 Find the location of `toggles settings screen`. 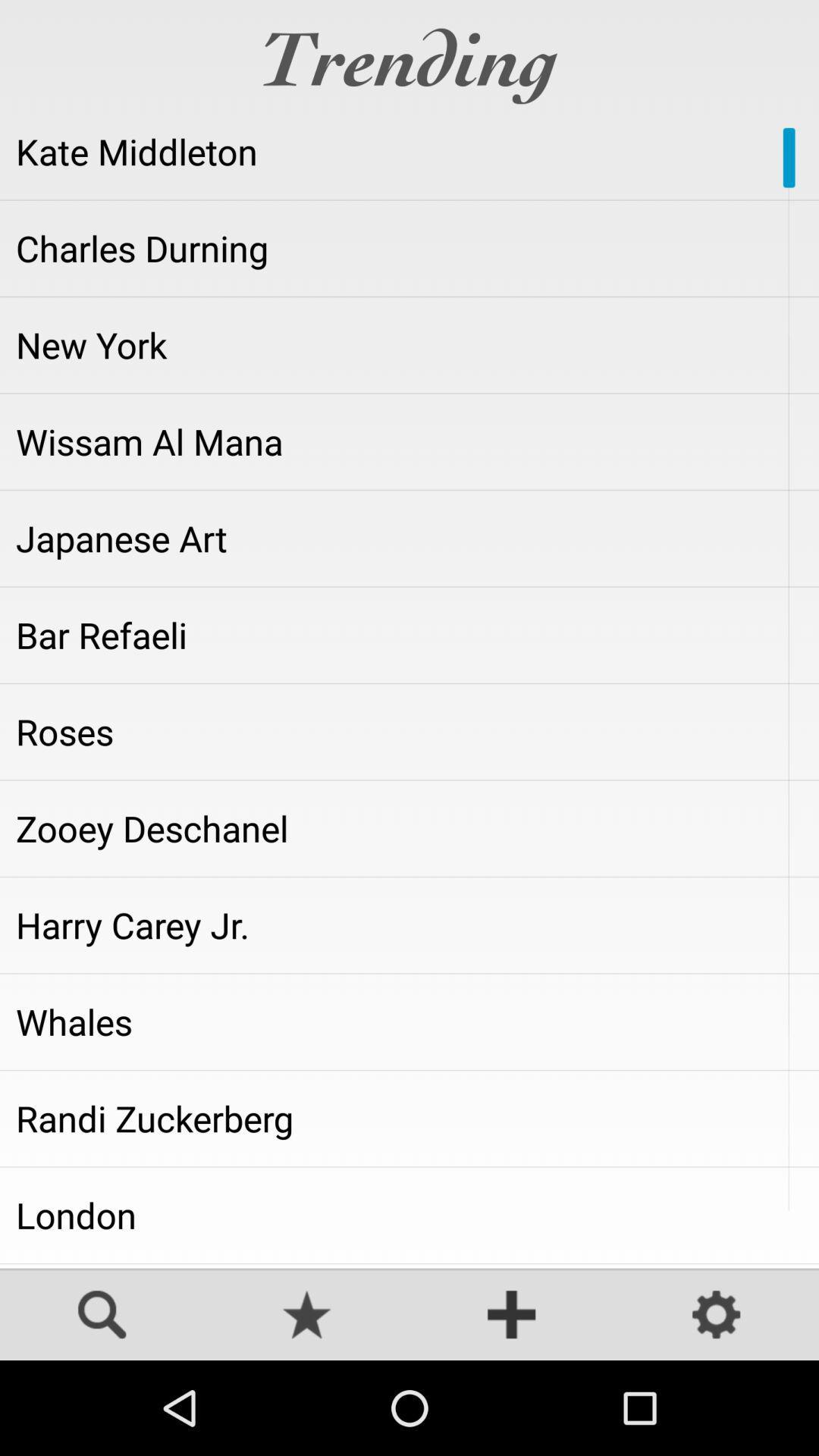

toggles settings screen is located at coordinates (717, 1316).